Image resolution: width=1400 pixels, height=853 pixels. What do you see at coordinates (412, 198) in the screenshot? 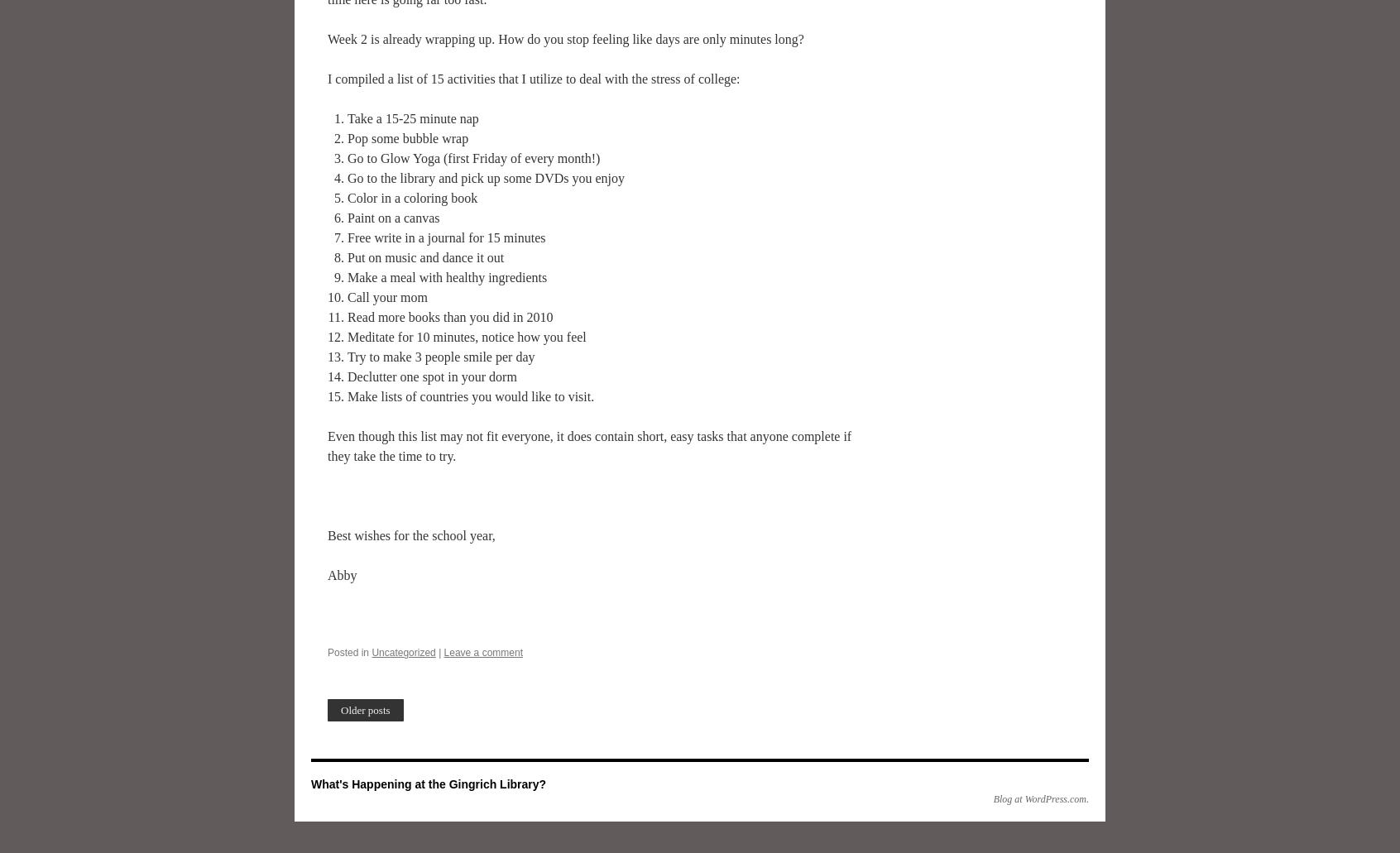
I see `'Color in a coloring book'` at bounding box center [412, 198].